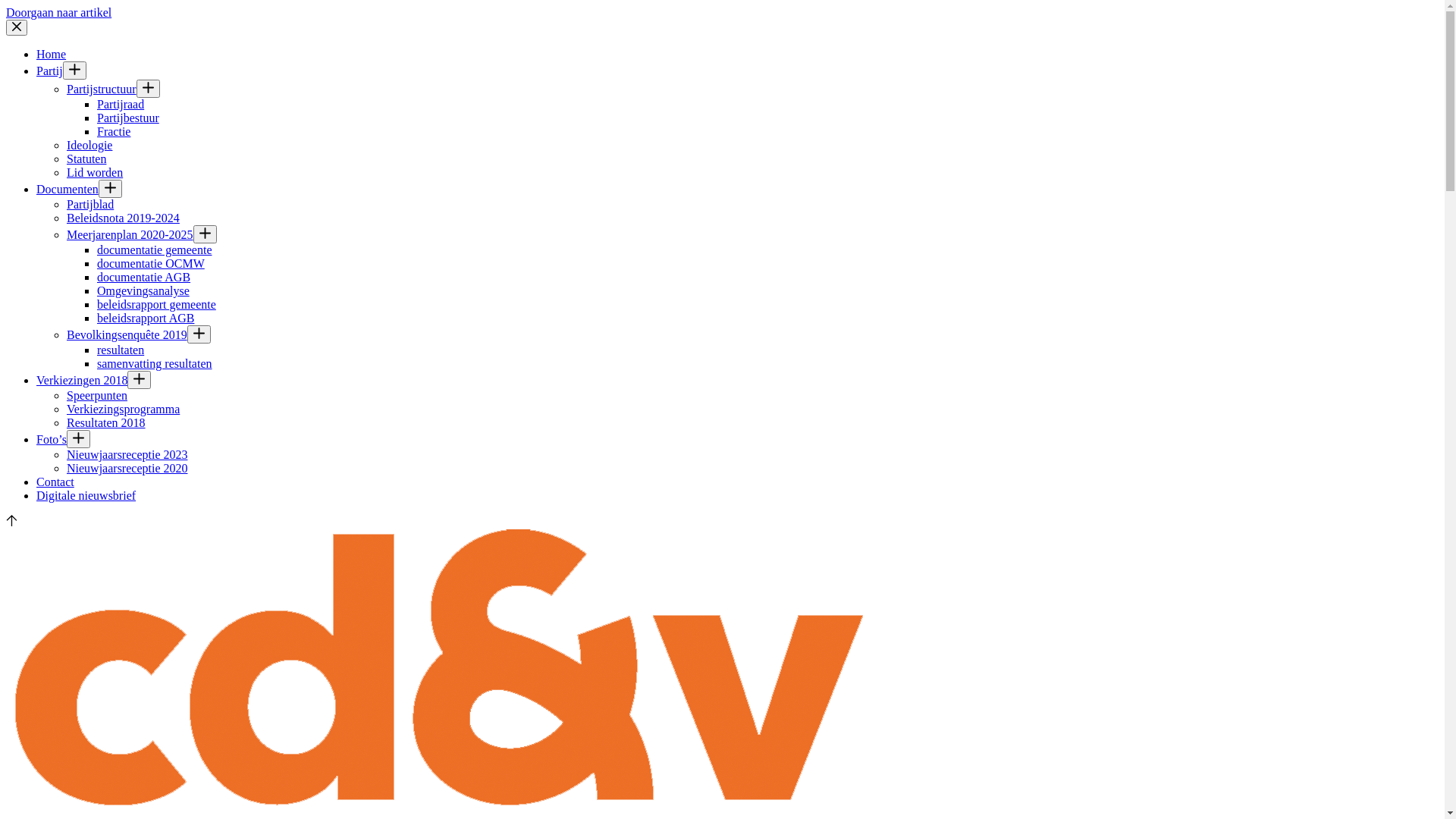  I want to click on 'Speerpunten', so click(96, 394).